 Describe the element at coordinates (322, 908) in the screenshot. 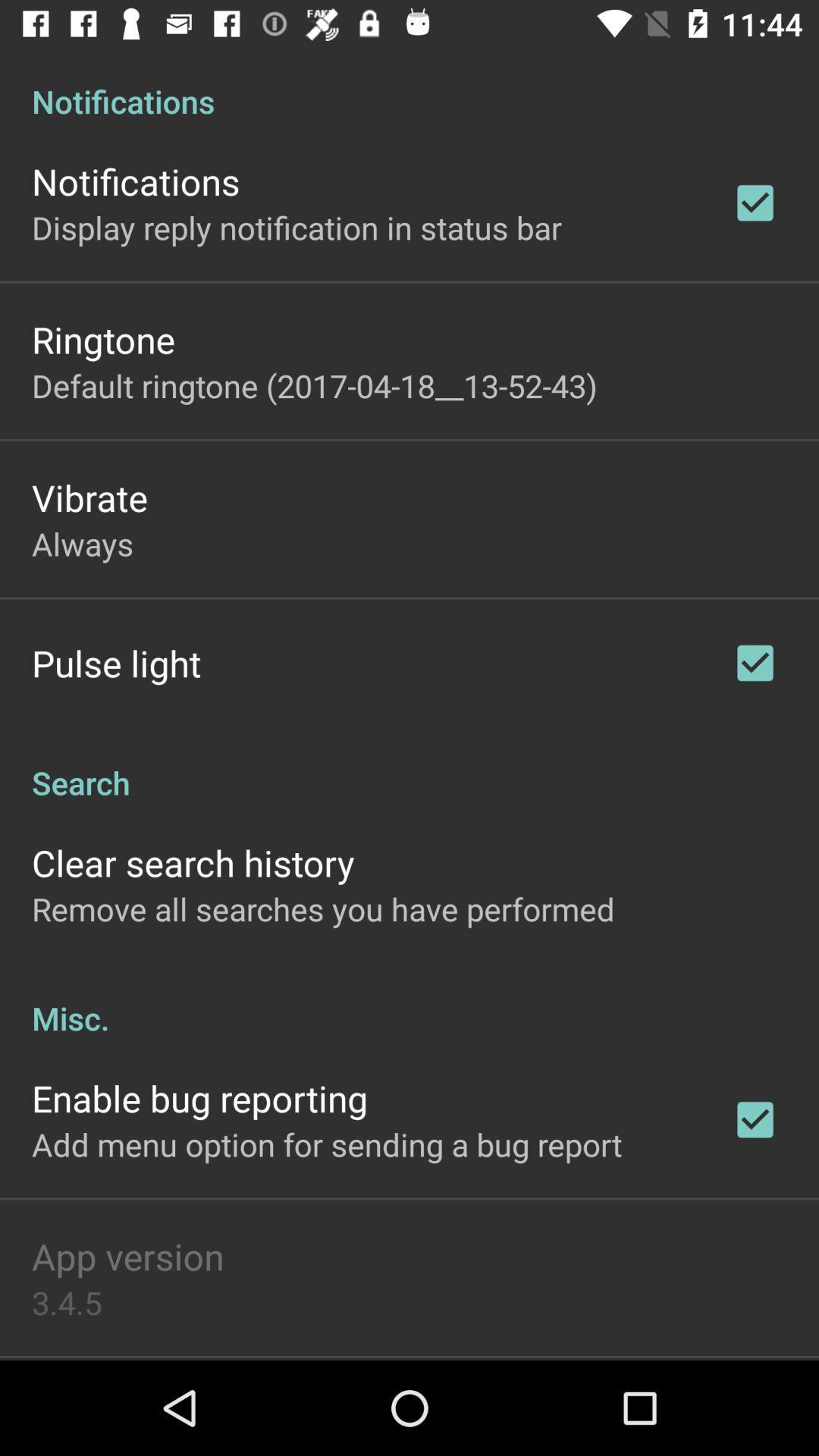

I see `the icon above misc. icon` at that location.